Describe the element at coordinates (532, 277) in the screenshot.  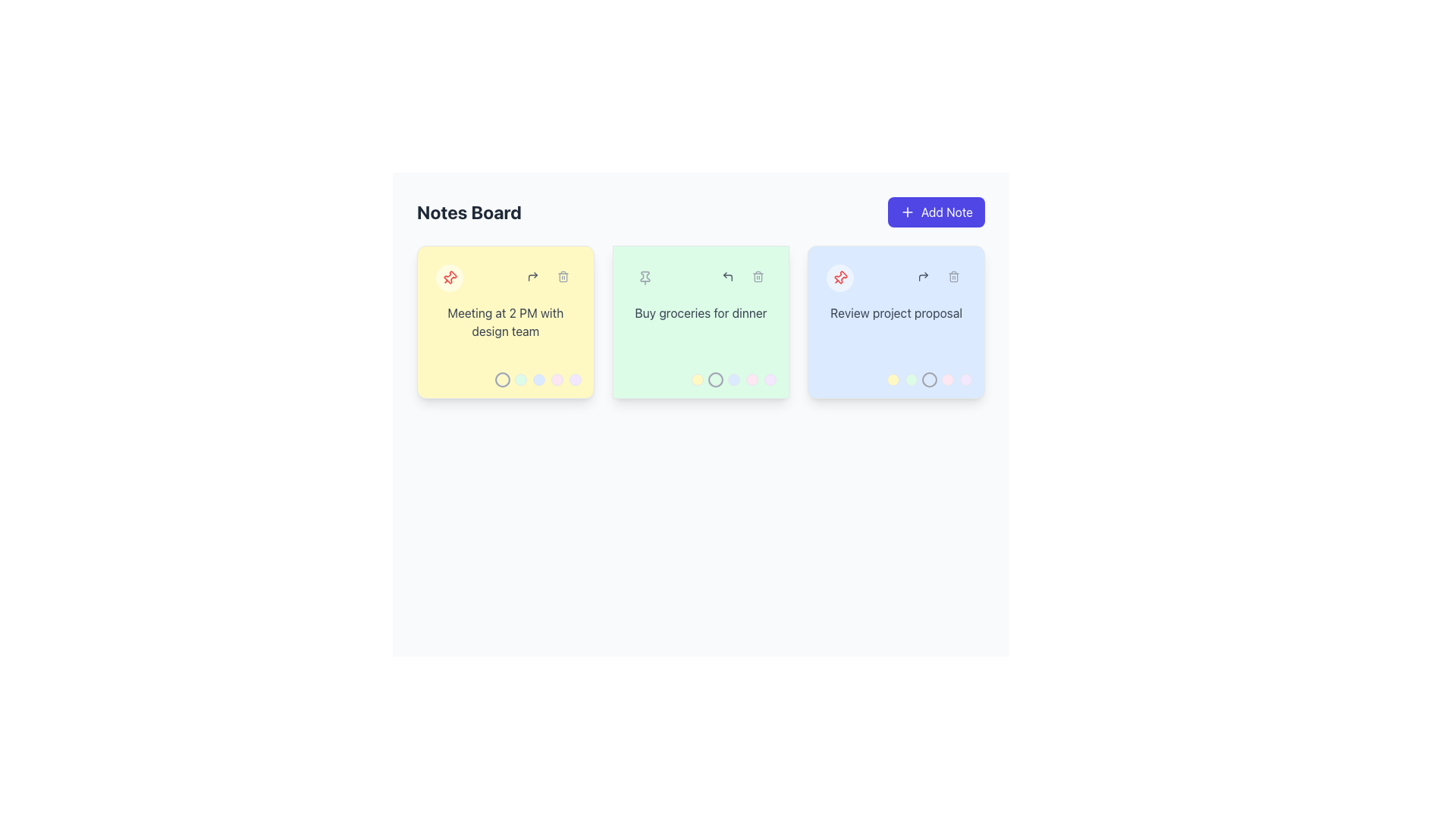
I see `the icon button shaped like a curved arrow pointing upward to the right, located in the toolbar of the 'Review project proposal' note card` at that location.